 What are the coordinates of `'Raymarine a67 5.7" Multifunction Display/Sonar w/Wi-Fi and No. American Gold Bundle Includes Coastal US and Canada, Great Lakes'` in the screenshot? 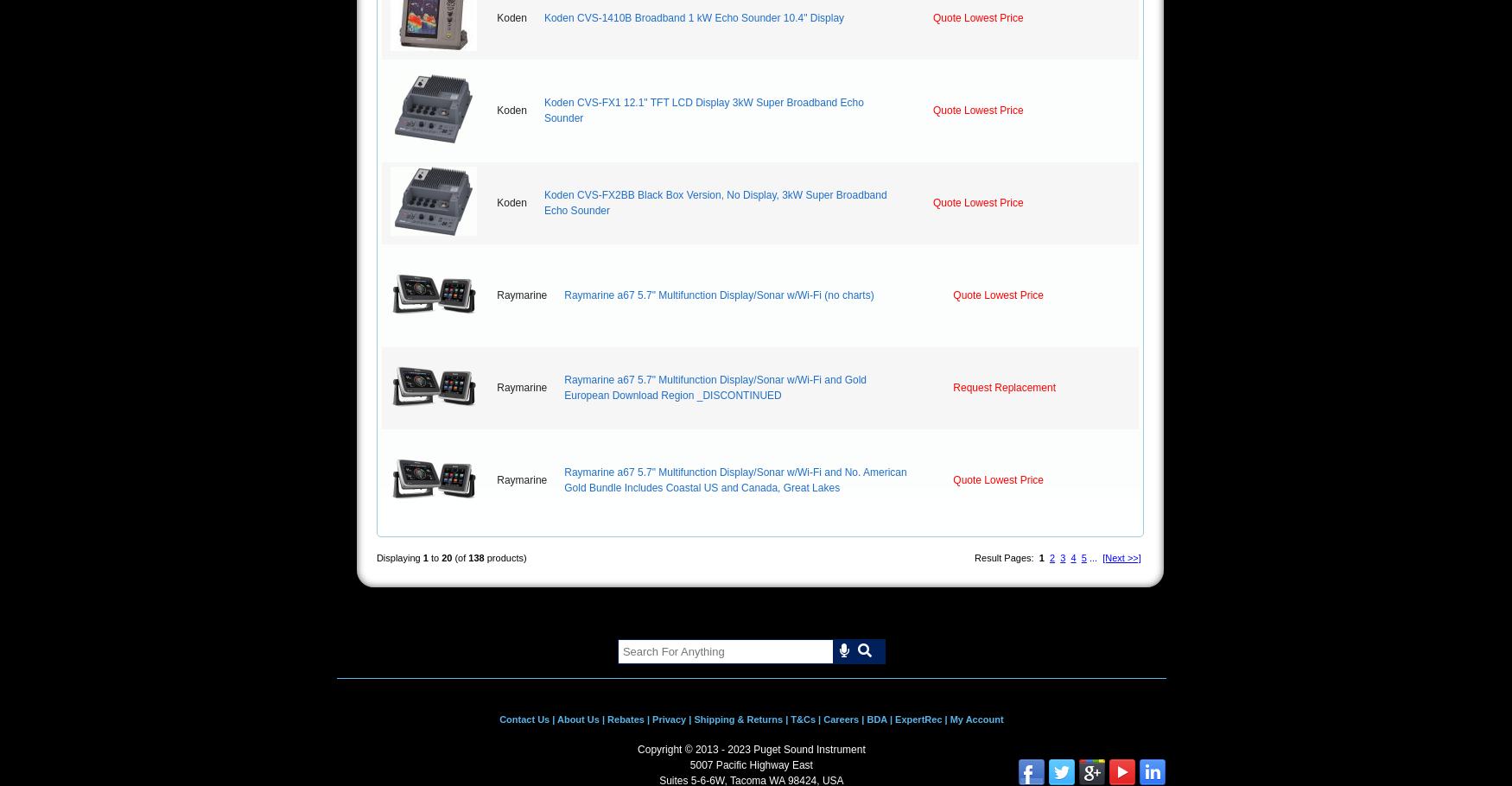 It's located at (735, 480).